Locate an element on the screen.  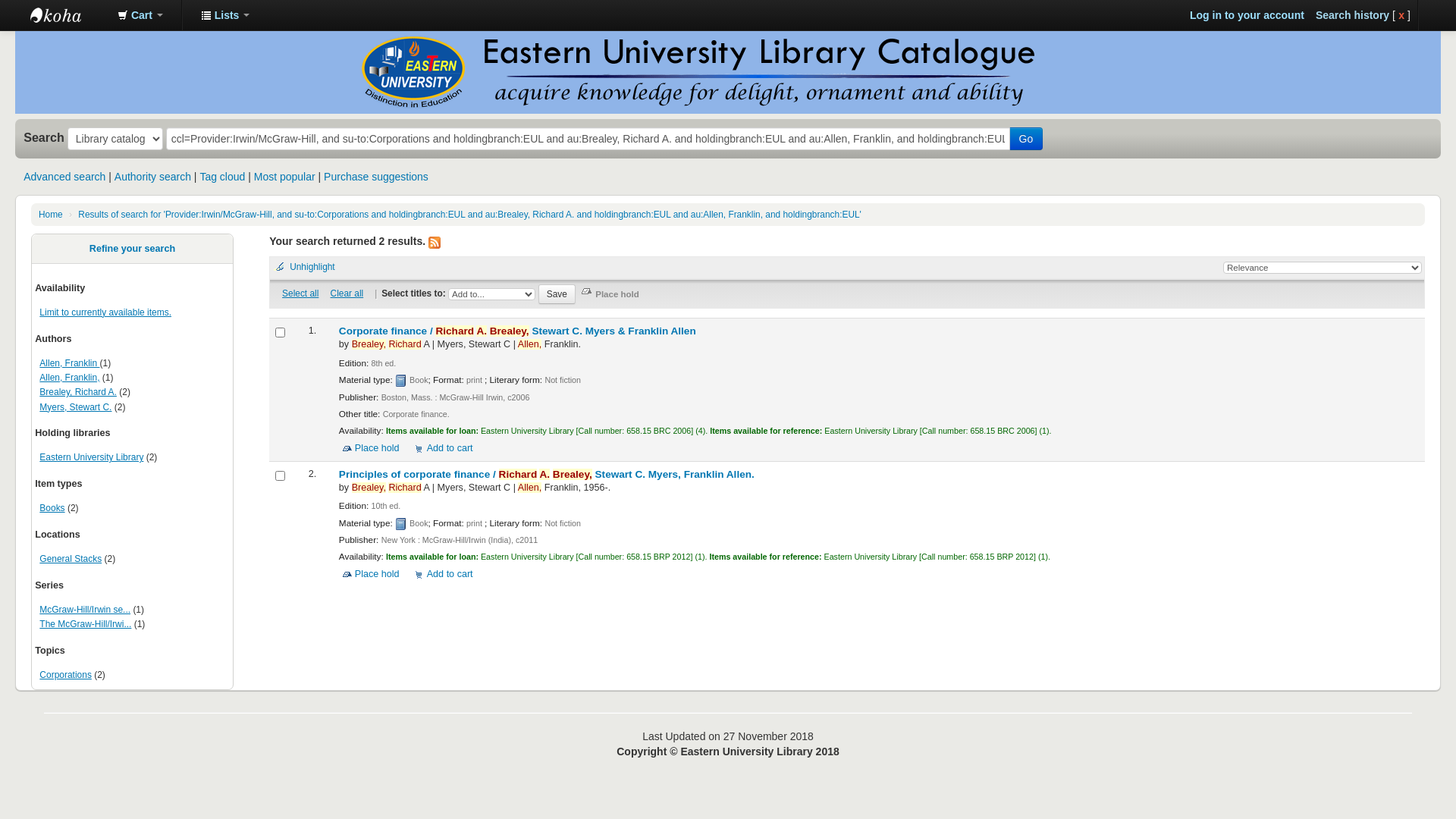
'Authority search' is located at coordinates (152, 175).